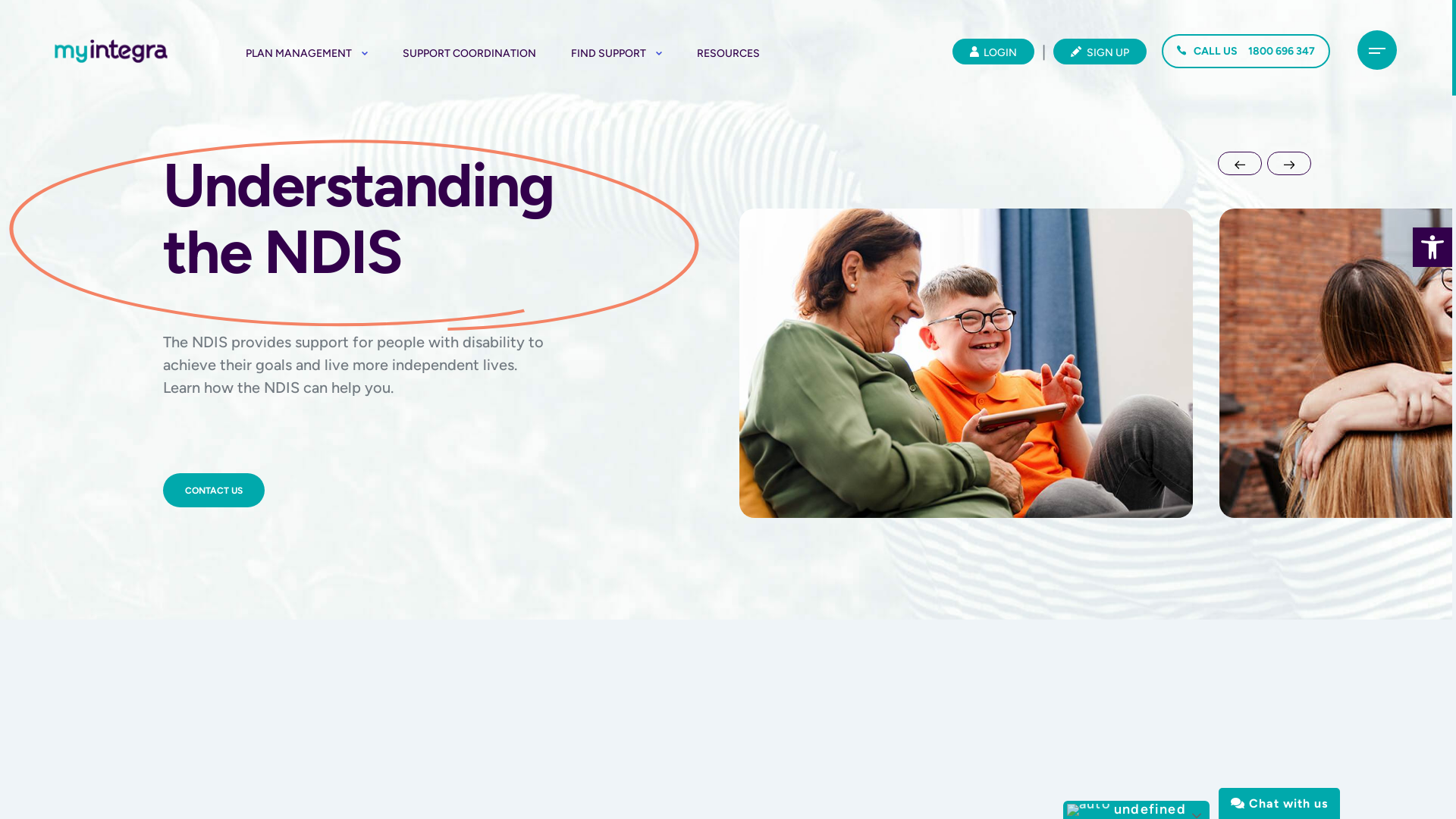  What do you see at coordinates (1411, 246) in the screenshot?
I see `'Open toolbar` at bounding box center [1411, 246].